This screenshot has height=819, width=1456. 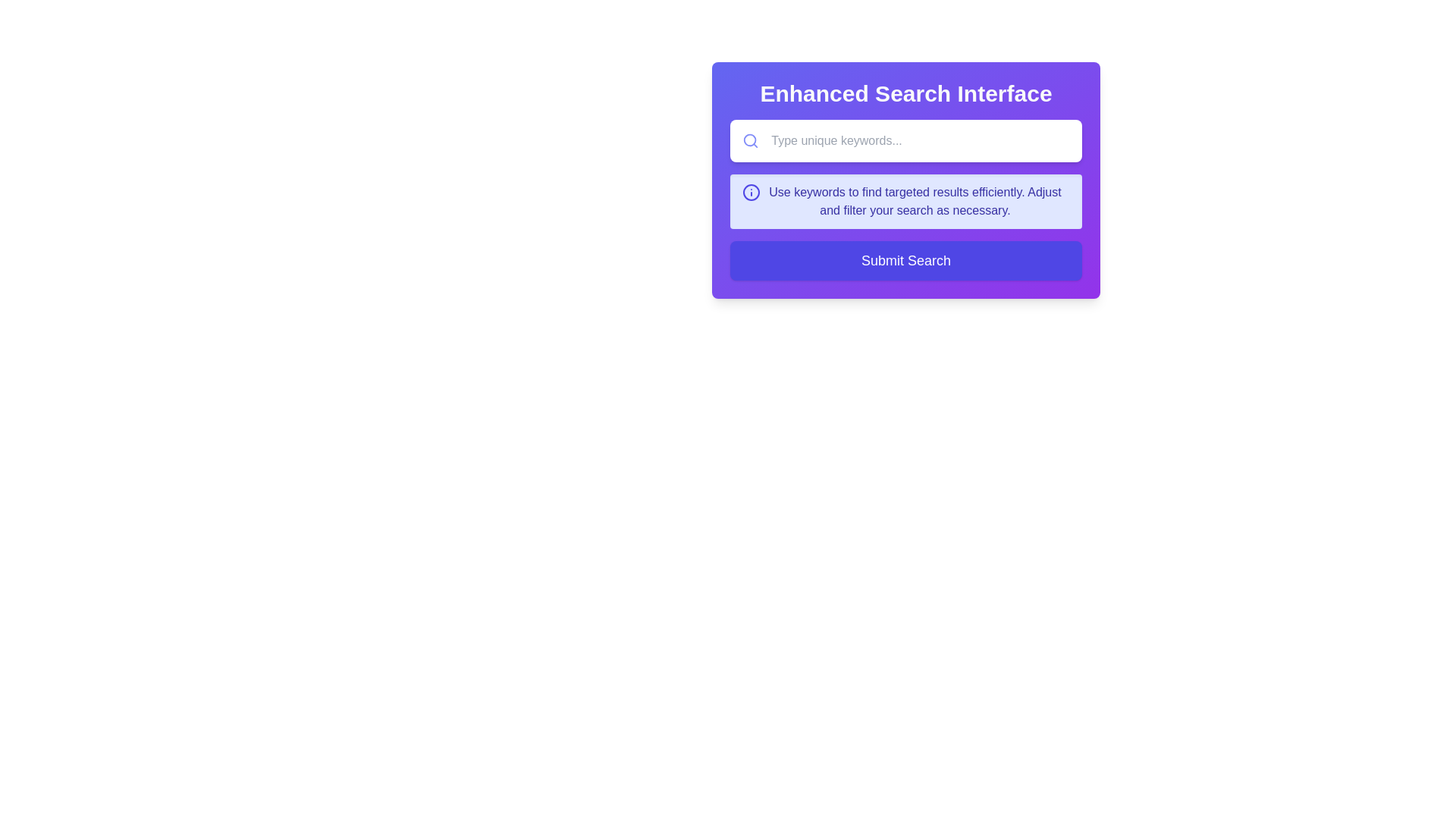 I want to click on the 'Submit Search' button, which is visually prominent with bold white text on an indigo background, located in the 'Enhanced Search Interface' section, so click(x=906, y=259).